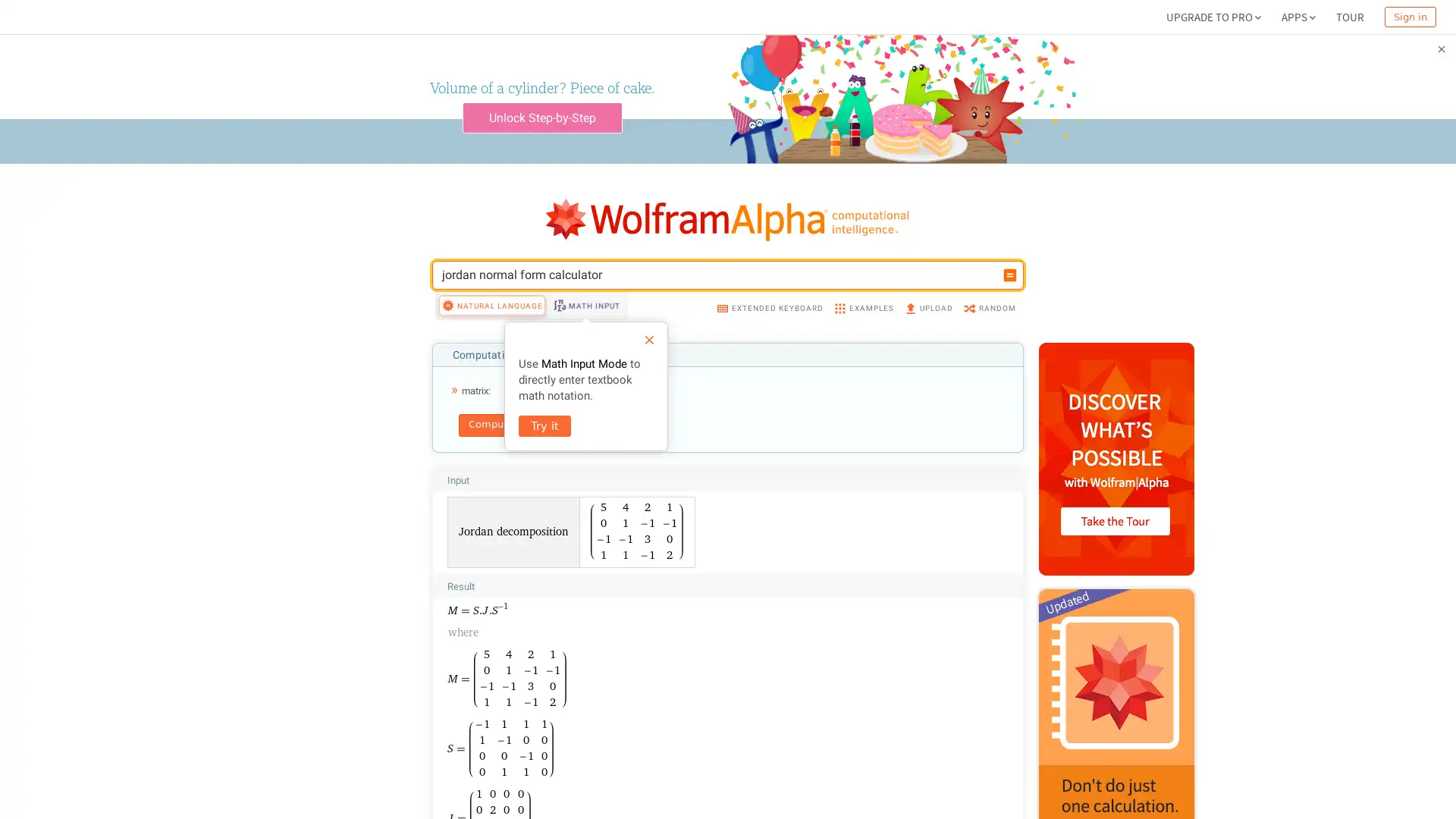 Image resolution: width=1456 pixels, height=819 pixels. Describe the element at coordinates (585, 305) in the screenshot. I see `MATH INPUT` at that location.